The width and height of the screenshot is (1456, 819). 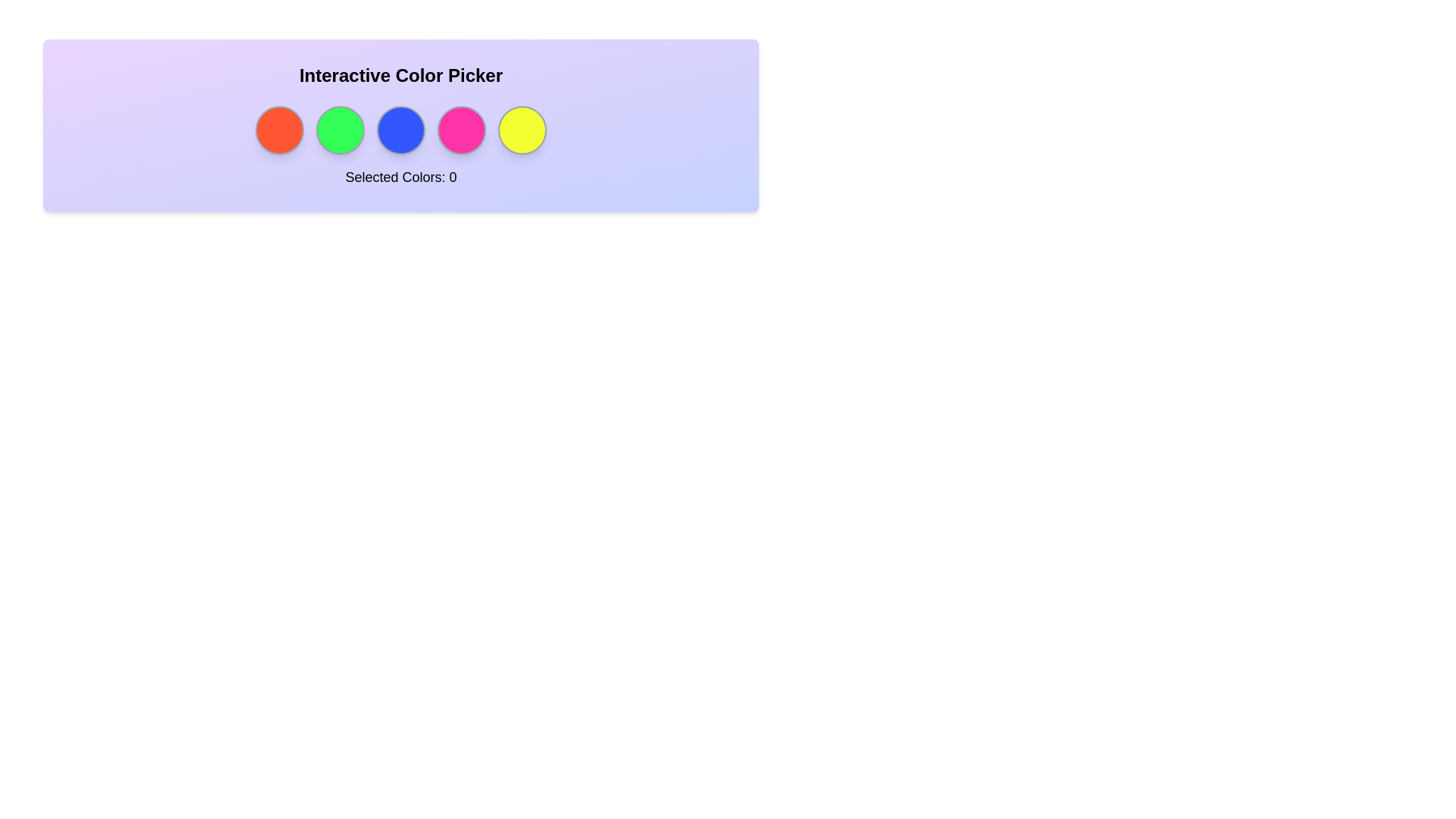 What do you see at coordinates (340, 130) in the screenshot?
I see `the circle corresponding to the color green` at bounding box center [340, 130].